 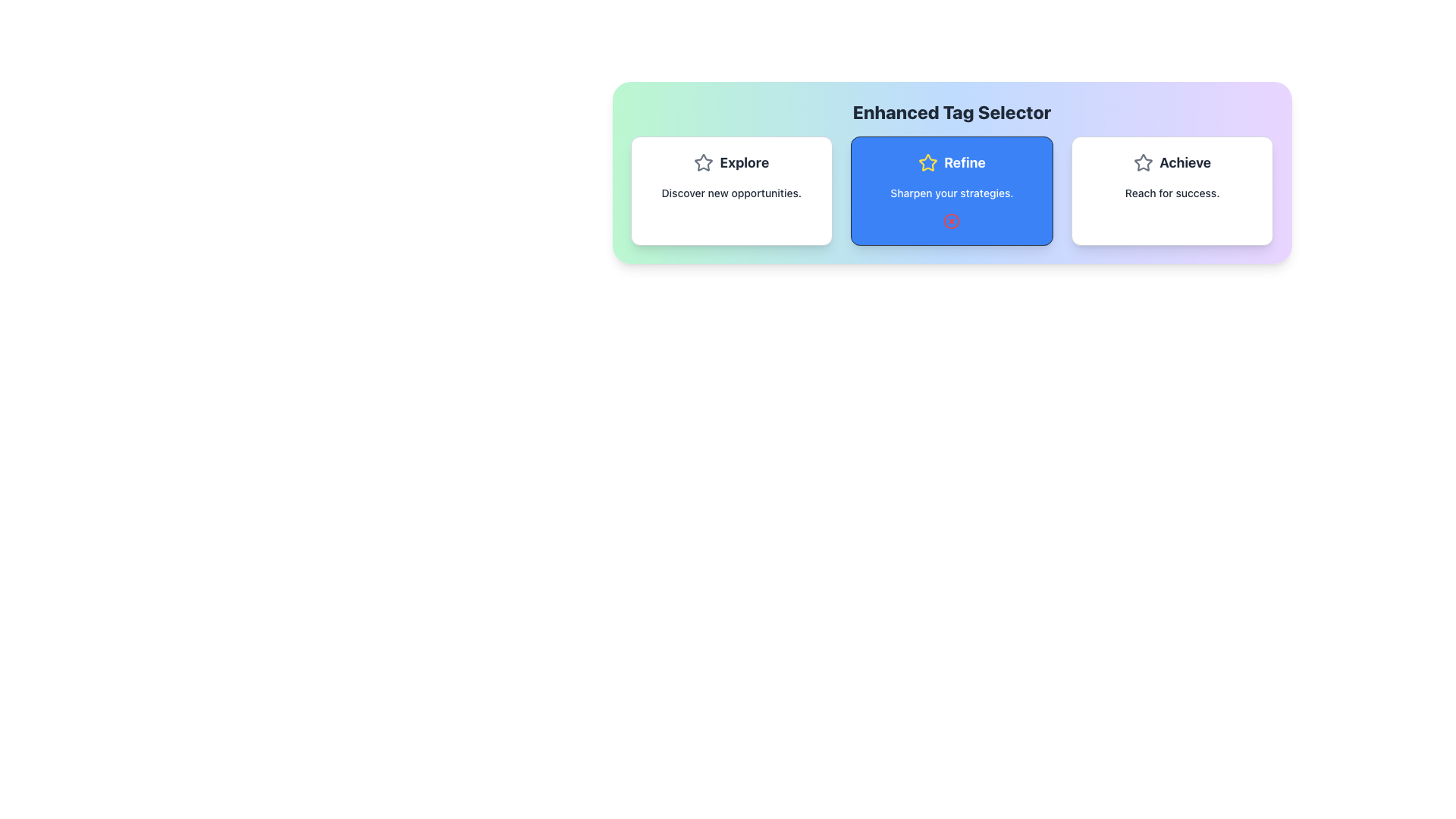 What do you see at coordinates (951, 192) in the screenshot?
I see `the text label that says 'Sharpen your strategies.' which is displayed in white on a blue background, located within the middle card titled 'Refine.'` at bounding box center [951, 192].